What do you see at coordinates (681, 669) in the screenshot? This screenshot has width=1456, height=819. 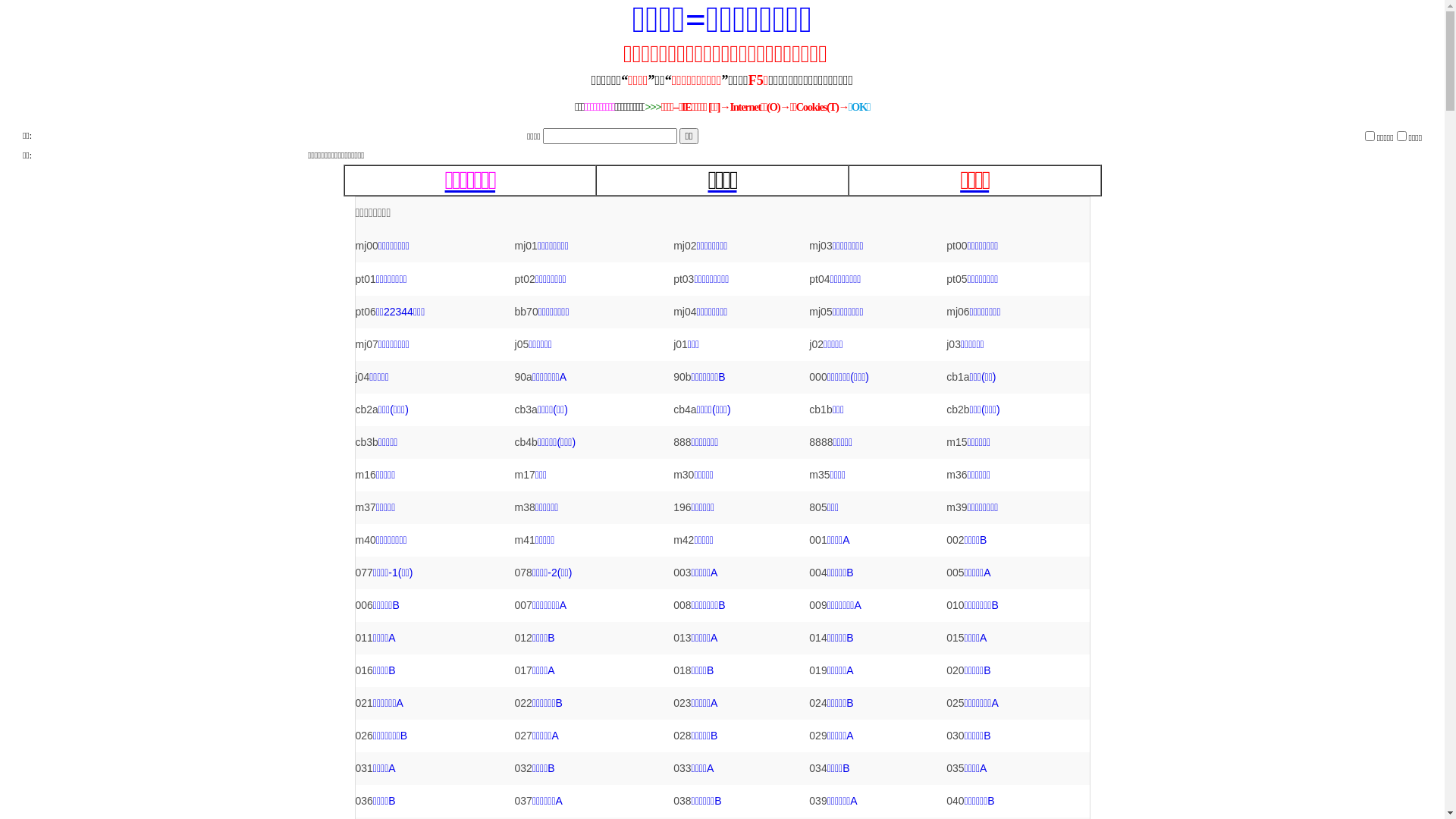 I see `'018'` at bounding box center [681, 669].